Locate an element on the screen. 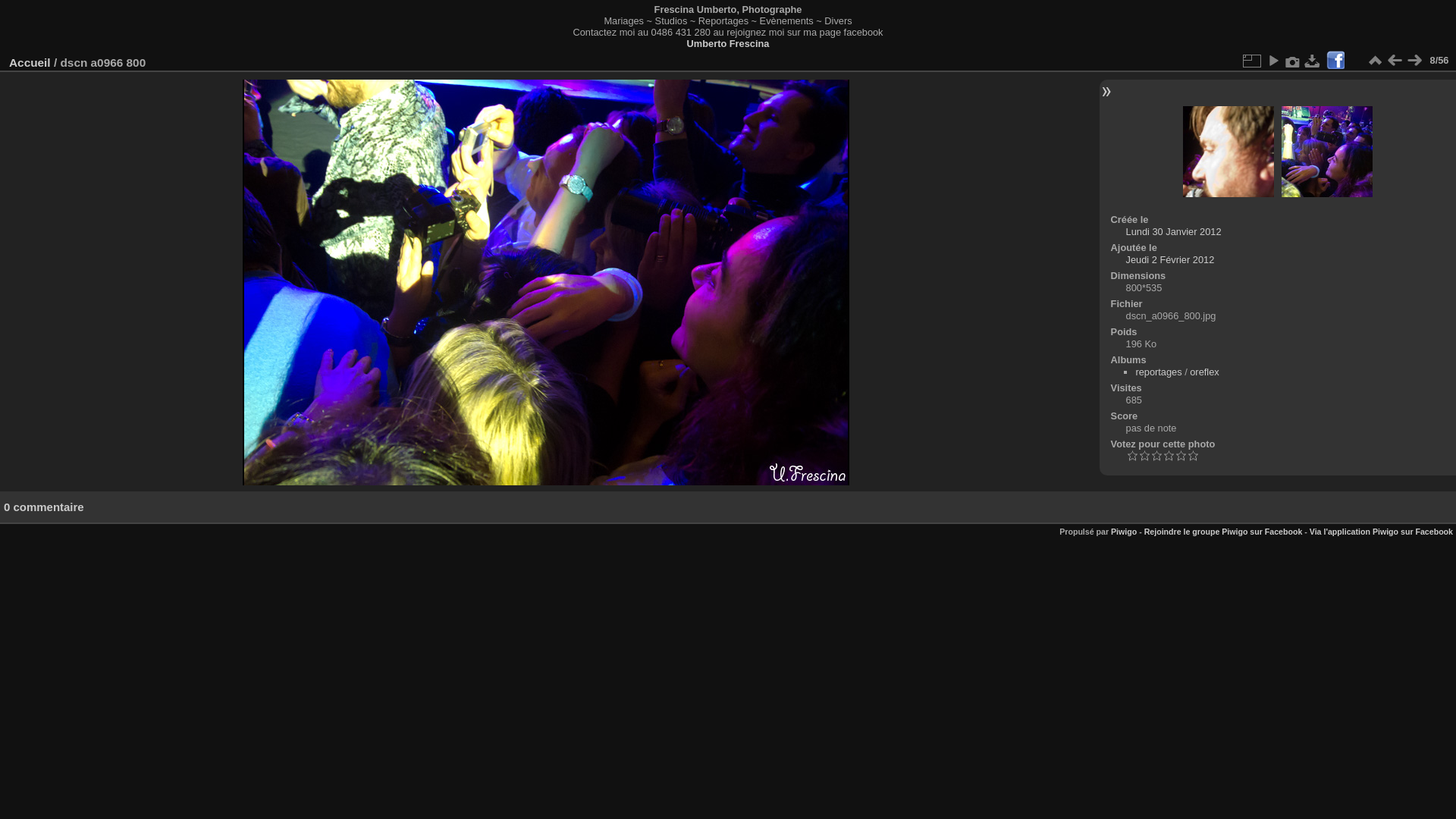 The width and height of the screenshot is (1456, 819). 'Tailles de photo' is located at coordinates (1251, 60).